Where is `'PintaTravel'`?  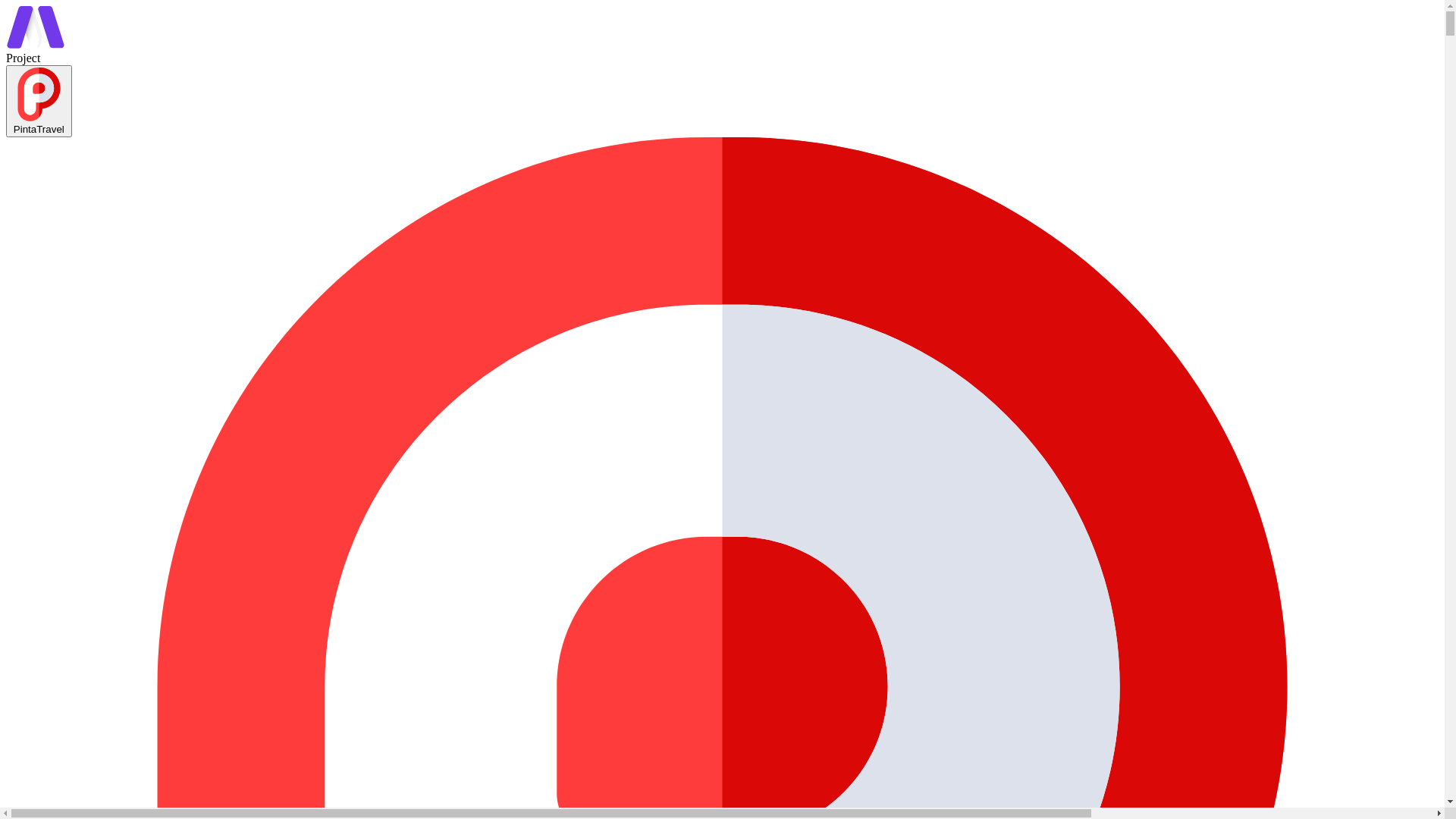
'PintaTravel' is located at coordinates (6, 101).